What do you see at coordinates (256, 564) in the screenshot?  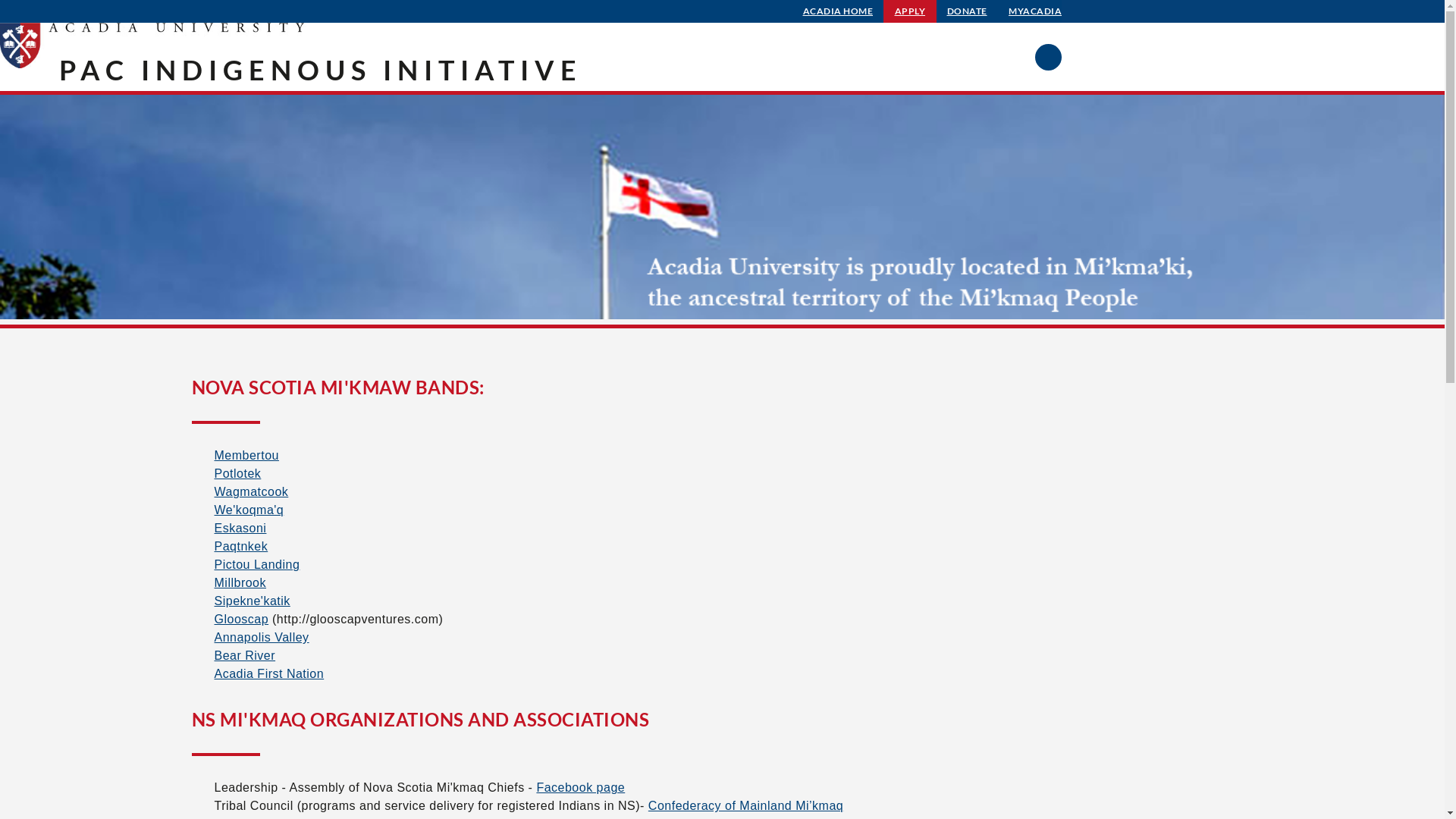 I see `'Pictou Landing'` at bounding box center [256, 564].